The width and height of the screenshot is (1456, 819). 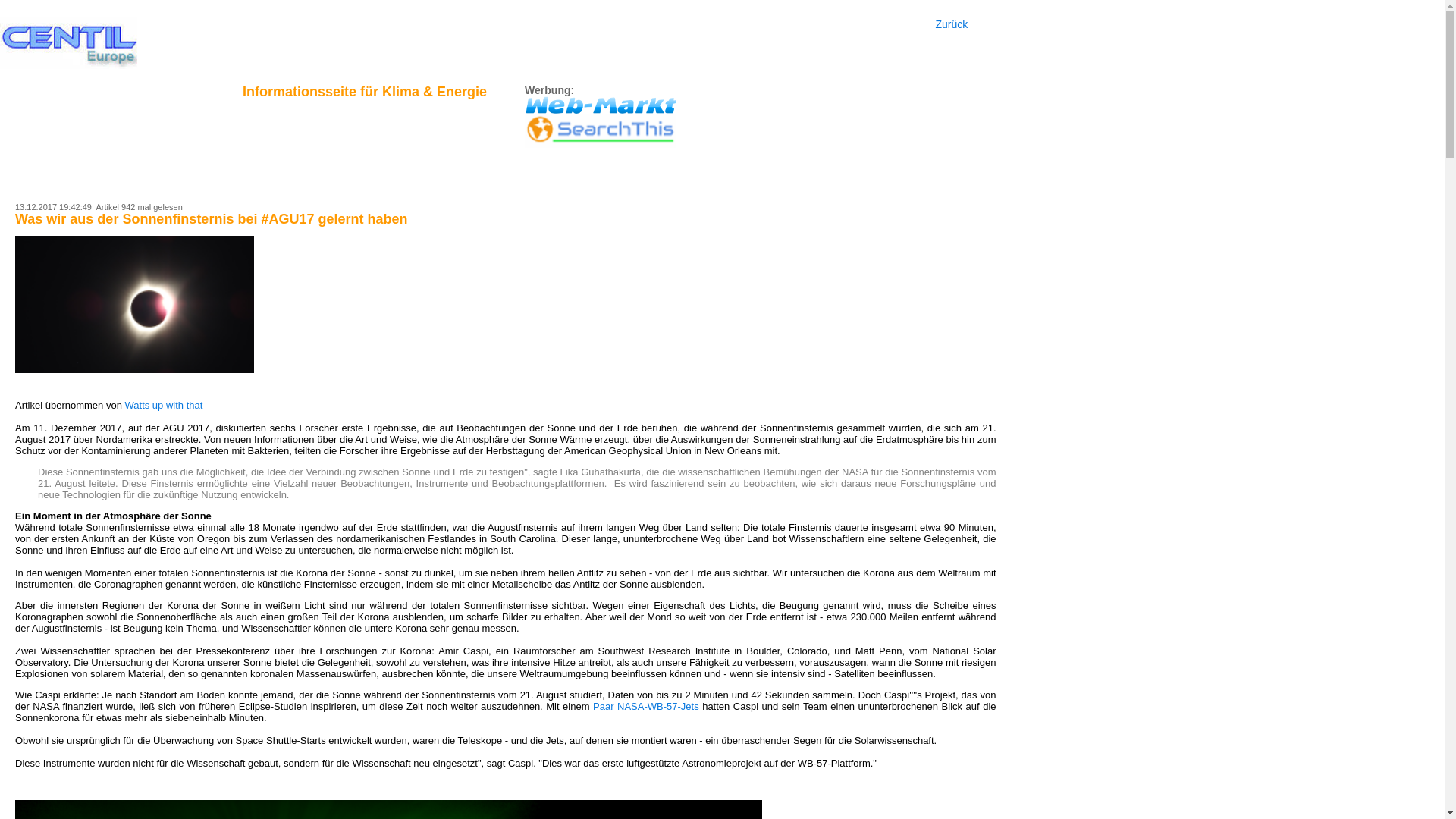 I want to click on 'Gratis inserieren bei Webmarkt', so click(x=600, y=104).